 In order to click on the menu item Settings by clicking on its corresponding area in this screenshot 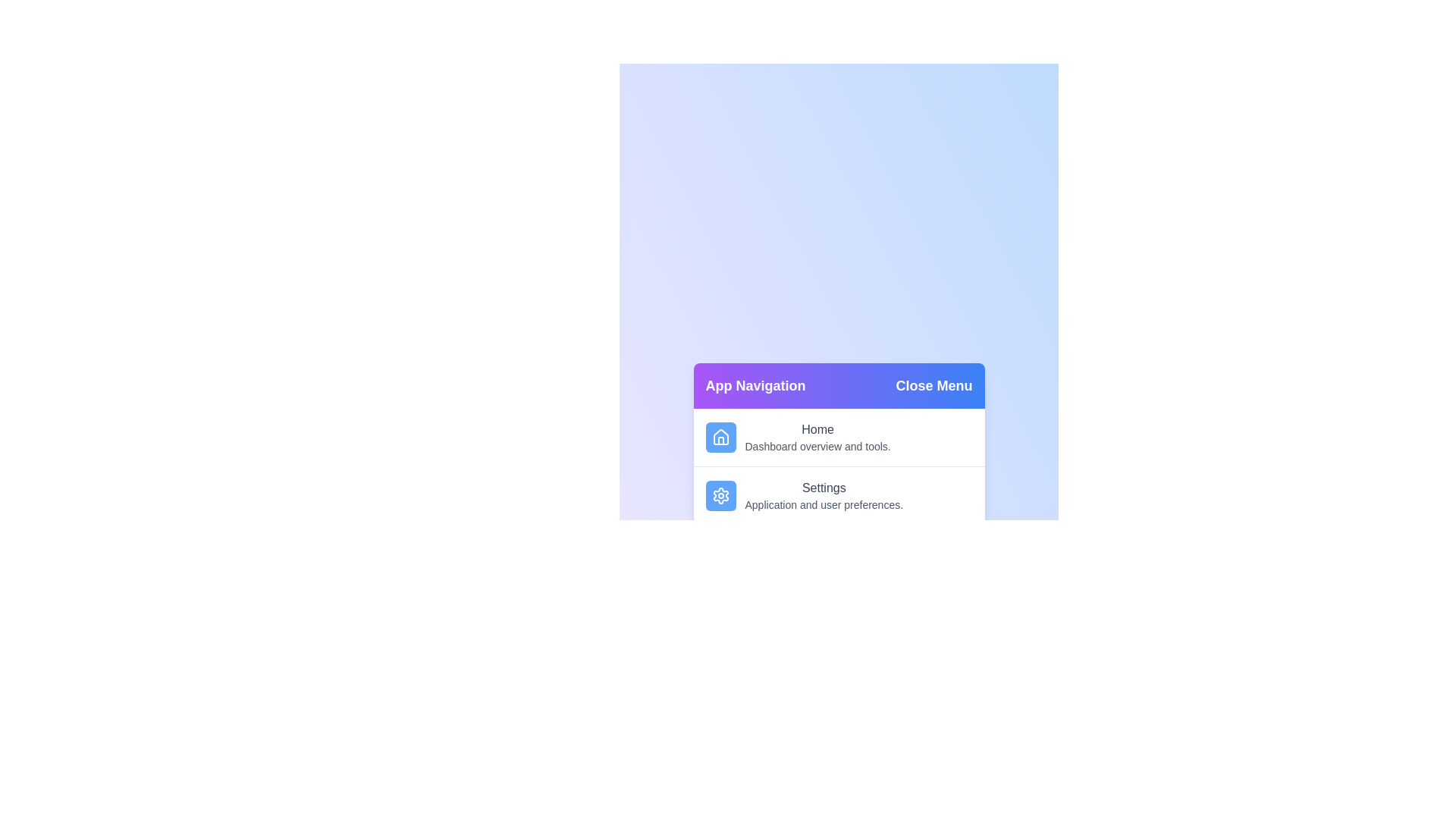, I will do `click(720, 496)`.